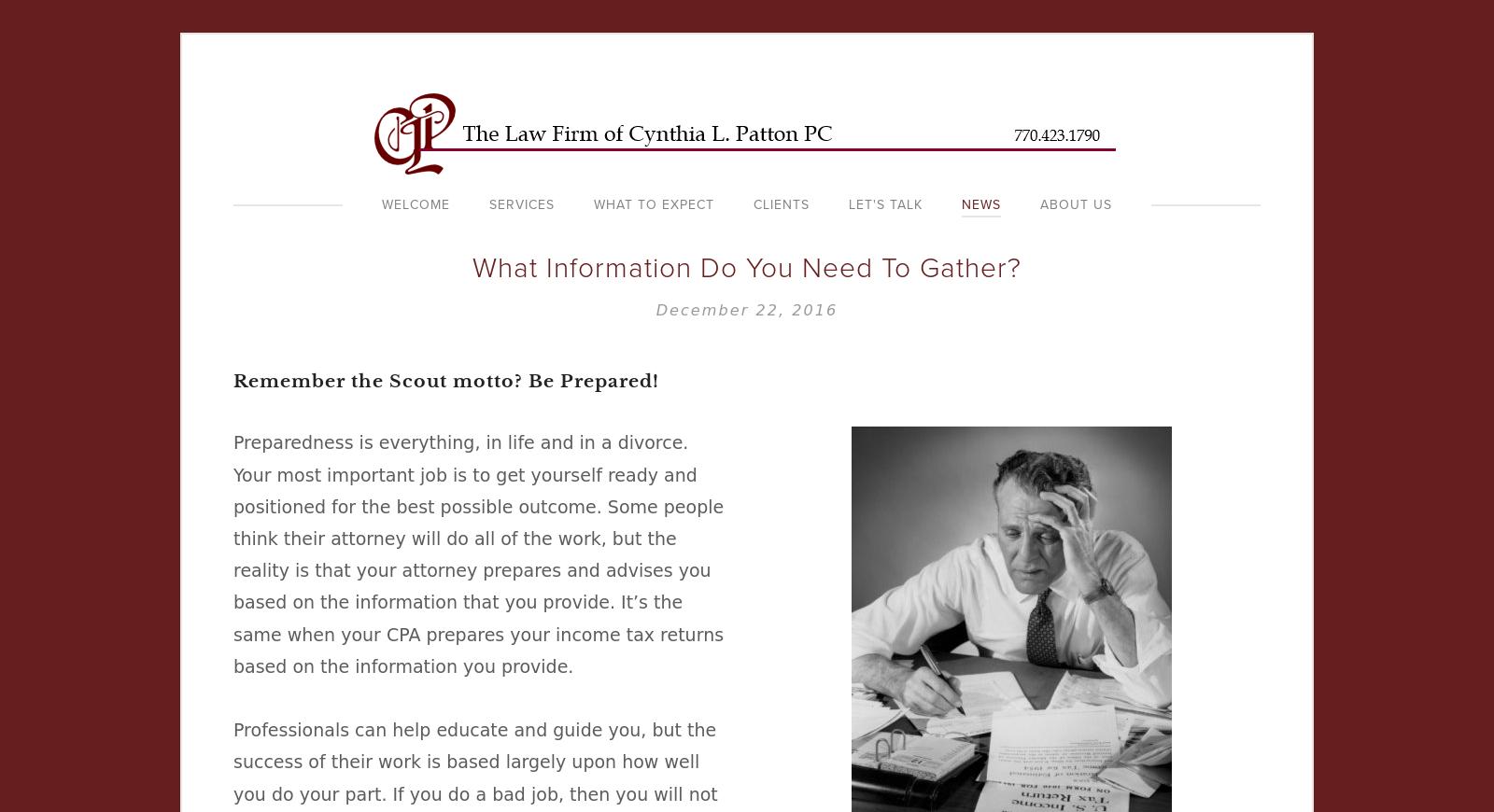 The width and height of the screenshot is (1494, 812). I want to click on 'Welcome', so click(415, 204).